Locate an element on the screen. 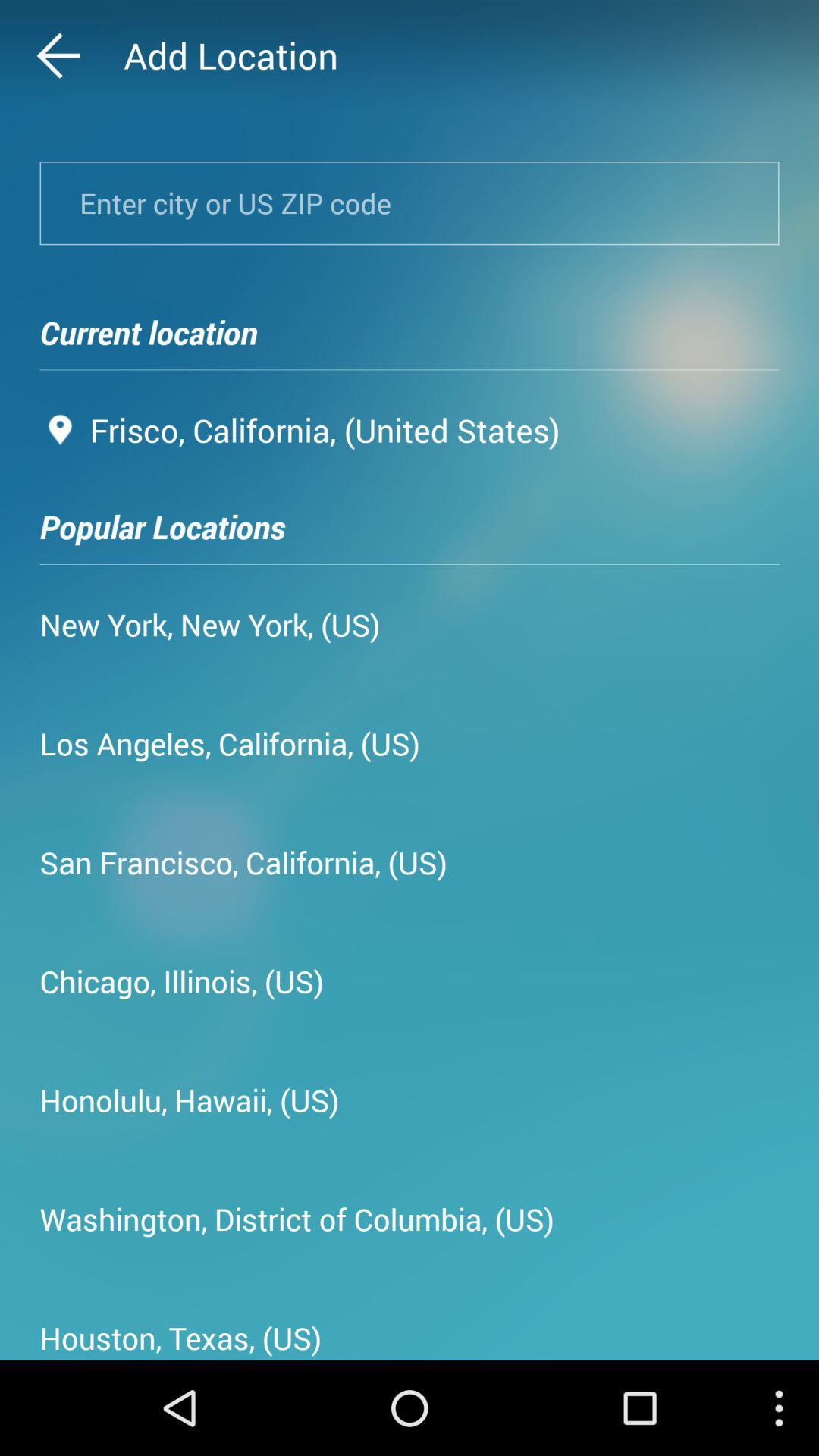 This screenshot has height=1456, width=819. san francisco california is located at coordinates (243, 862).